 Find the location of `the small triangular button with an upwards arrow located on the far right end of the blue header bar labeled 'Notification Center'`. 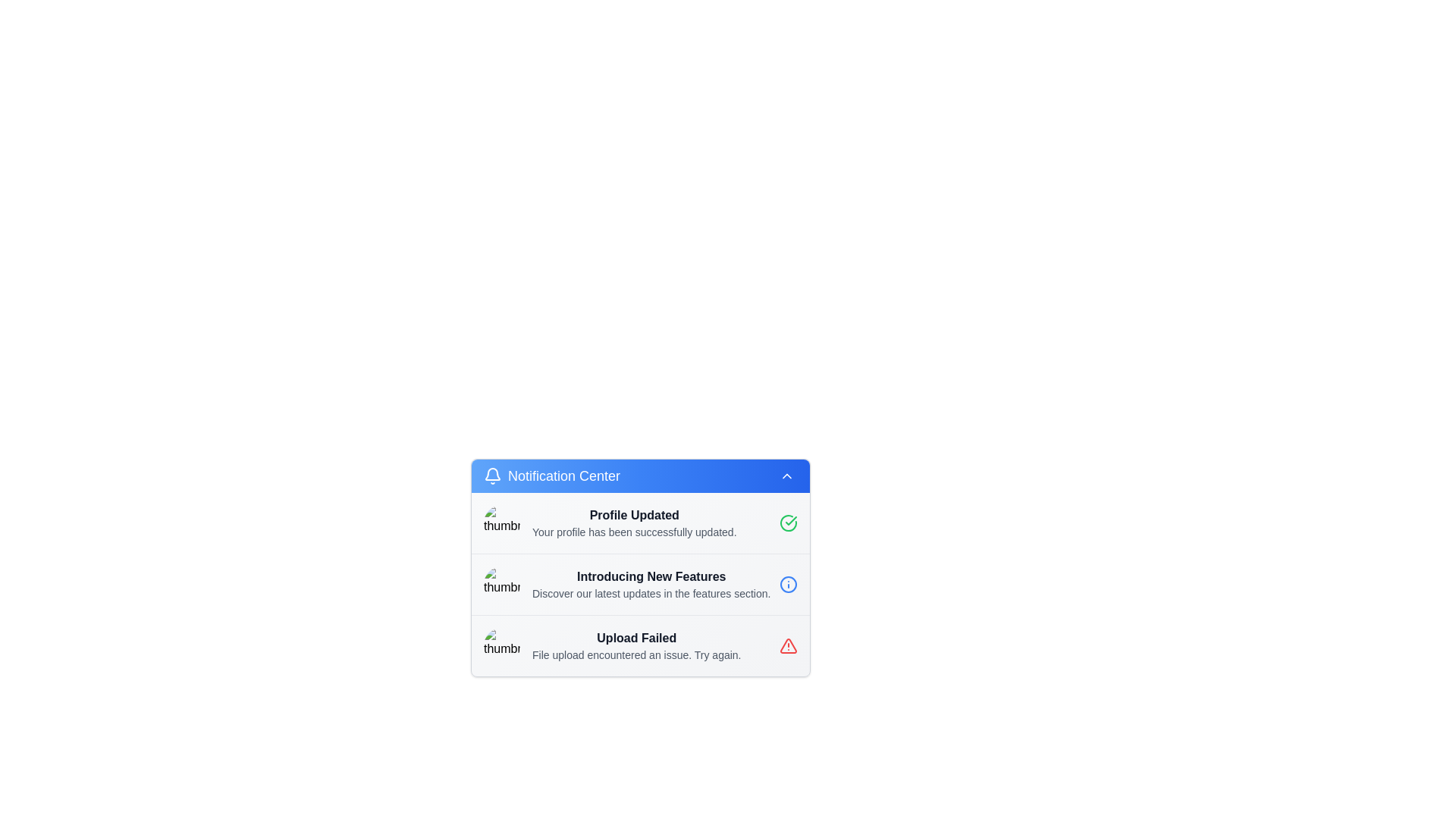

the small triangular button with an upwards arrow located on the far right end of the blue header bar labeled 'Notification Center' is located at coordinates (786, 475).